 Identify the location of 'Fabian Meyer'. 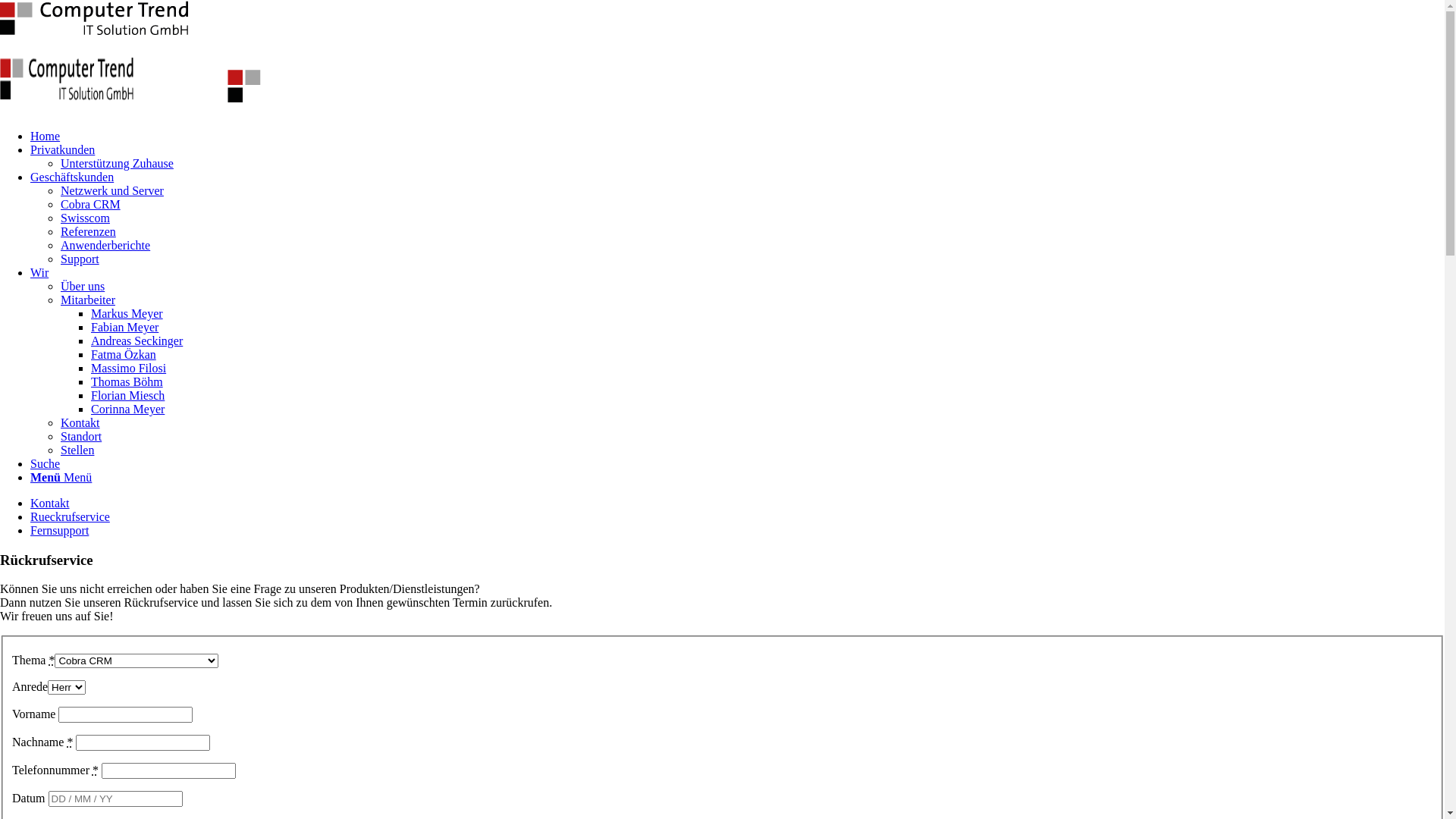
(90, 326).